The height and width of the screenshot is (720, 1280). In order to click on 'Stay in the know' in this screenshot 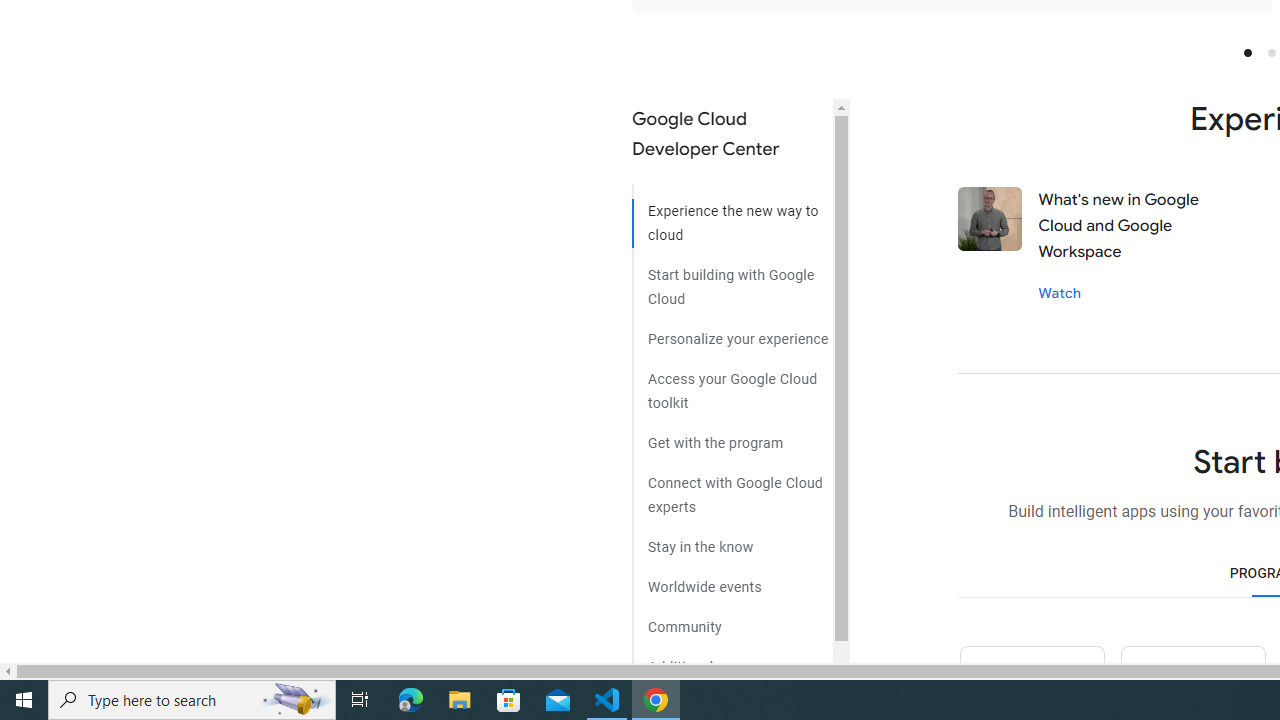, I will do `click(731, 540)`.